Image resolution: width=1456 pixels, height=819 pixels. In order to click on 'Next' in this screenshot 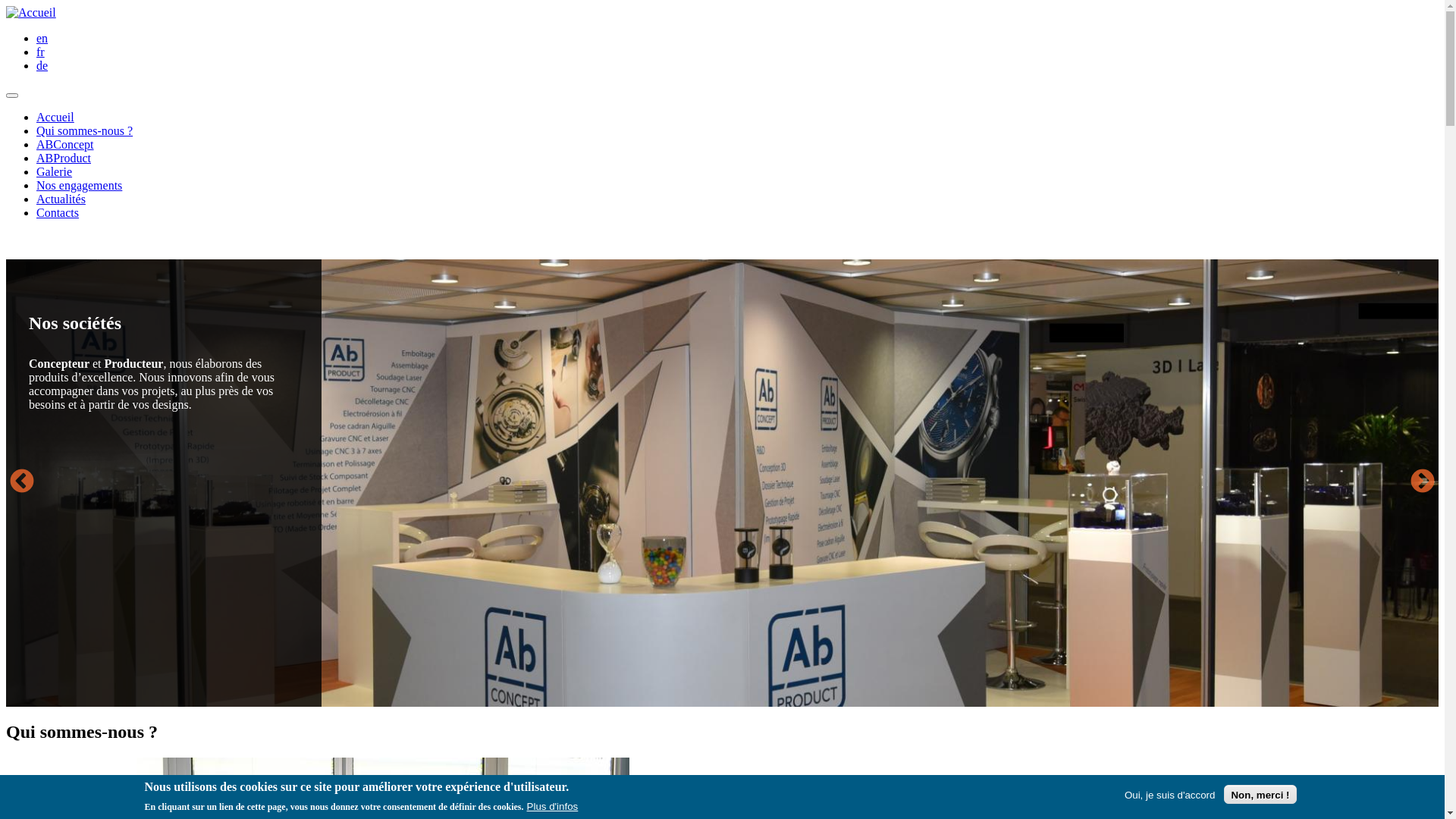, I will do `click(1405, 482)`.